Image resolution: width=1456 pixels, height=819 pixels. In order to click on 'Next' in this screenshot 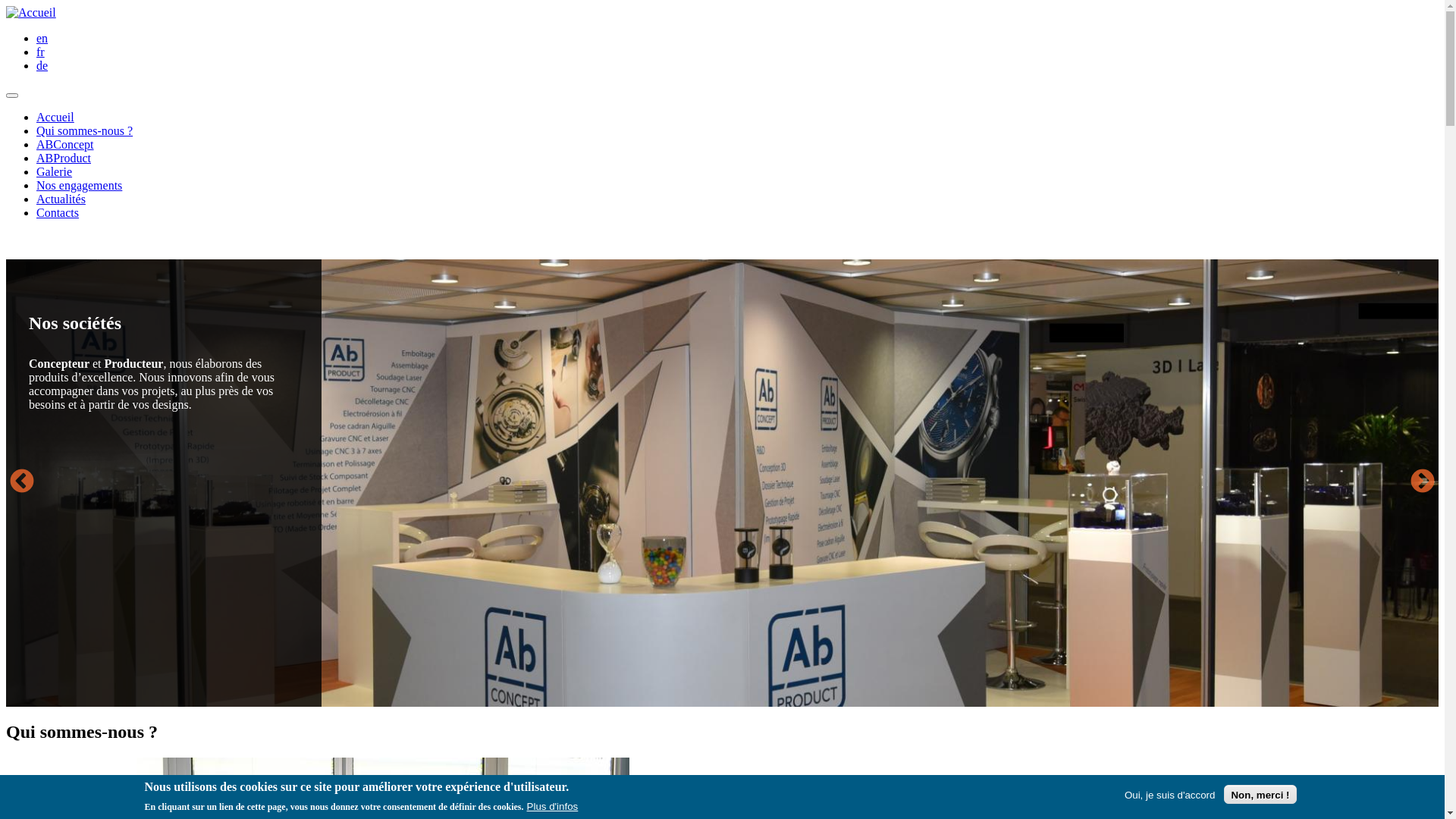, I will do `click(1405, 482)`.